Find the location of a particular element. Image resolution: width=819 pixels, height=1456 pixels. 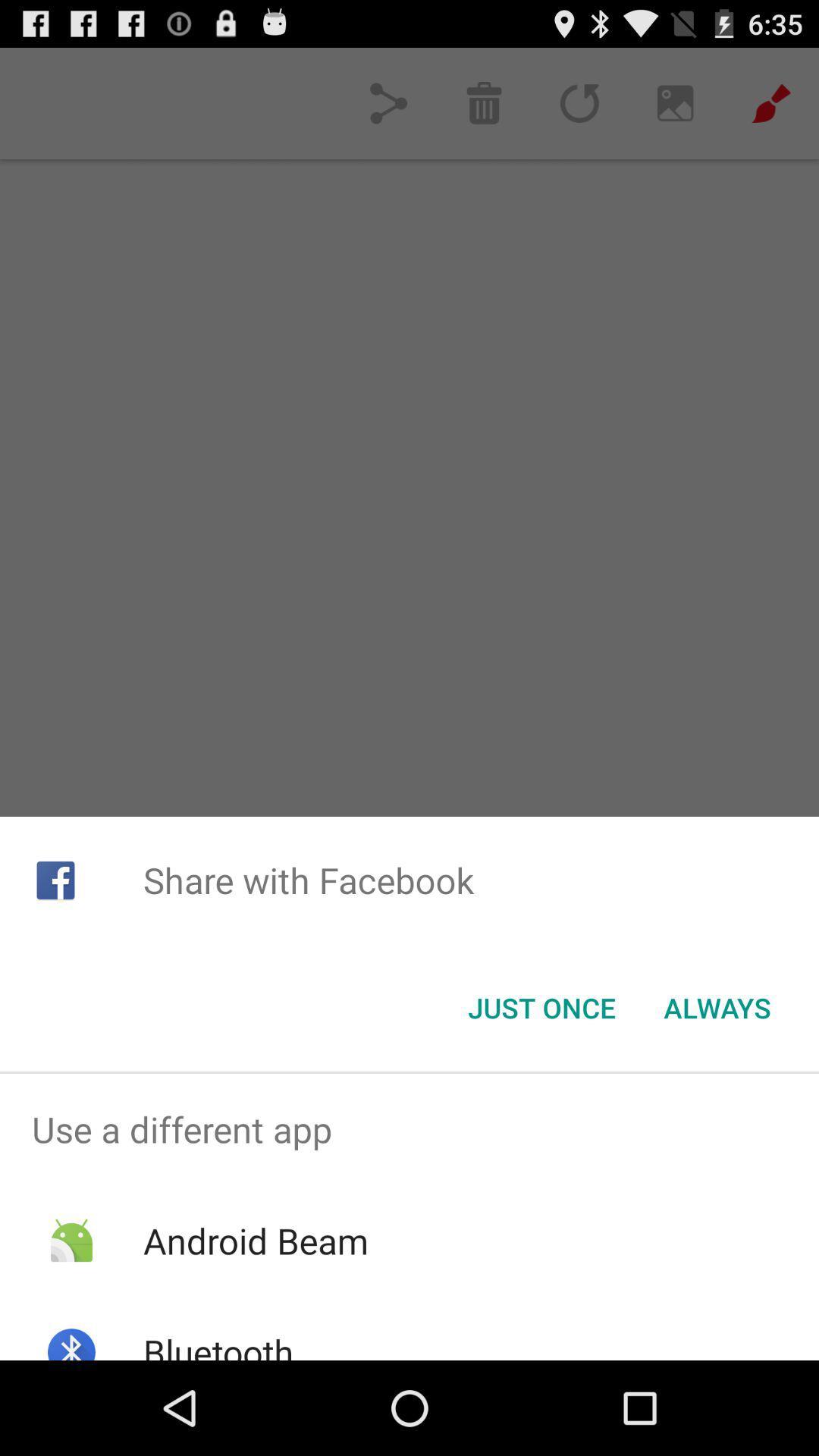

the item above android beam app is located at coordinates (409, 1129).